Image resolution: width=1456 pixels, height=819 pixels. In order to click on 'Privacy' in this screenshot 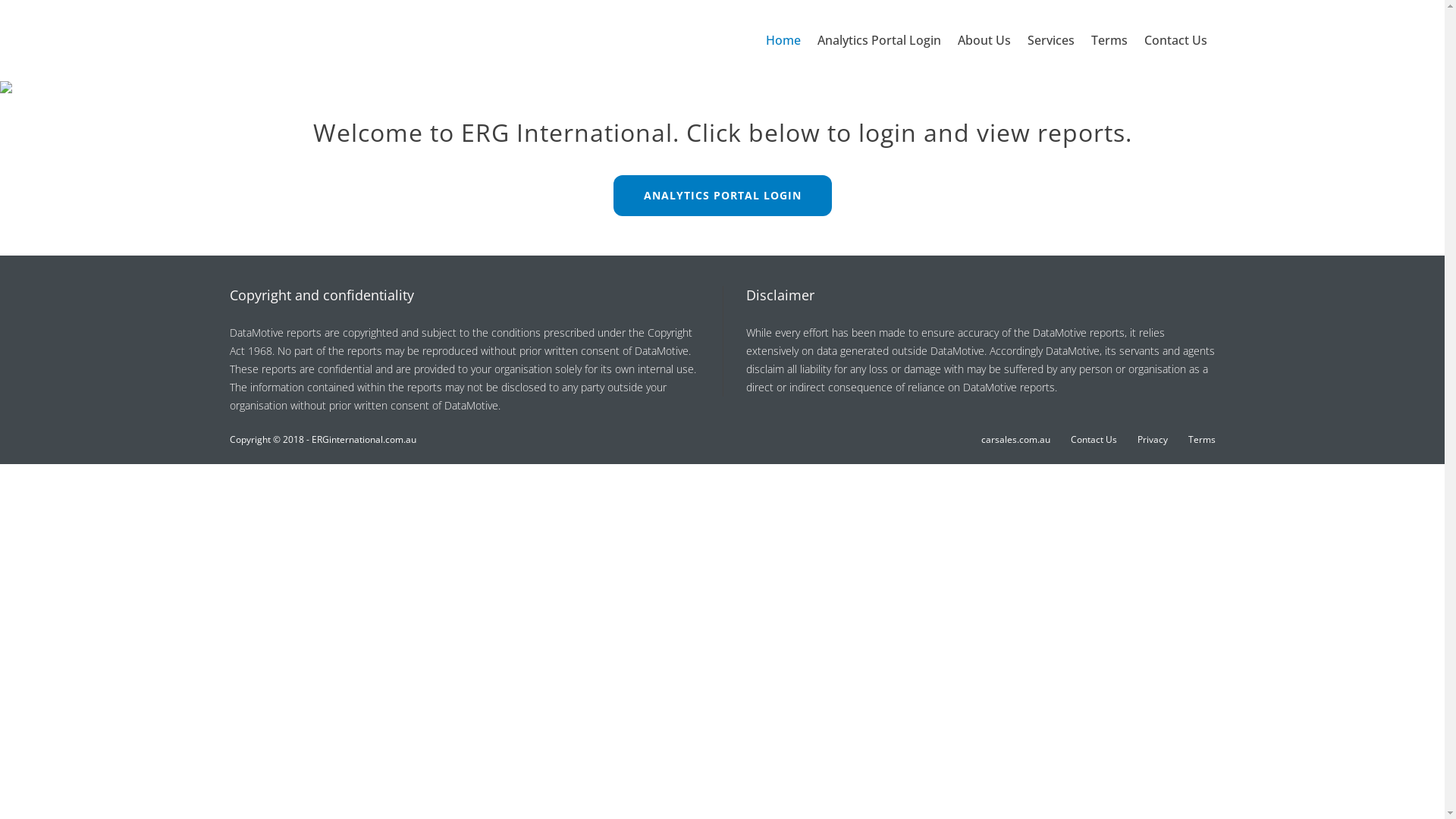, I will do `click(1153, 439)`.